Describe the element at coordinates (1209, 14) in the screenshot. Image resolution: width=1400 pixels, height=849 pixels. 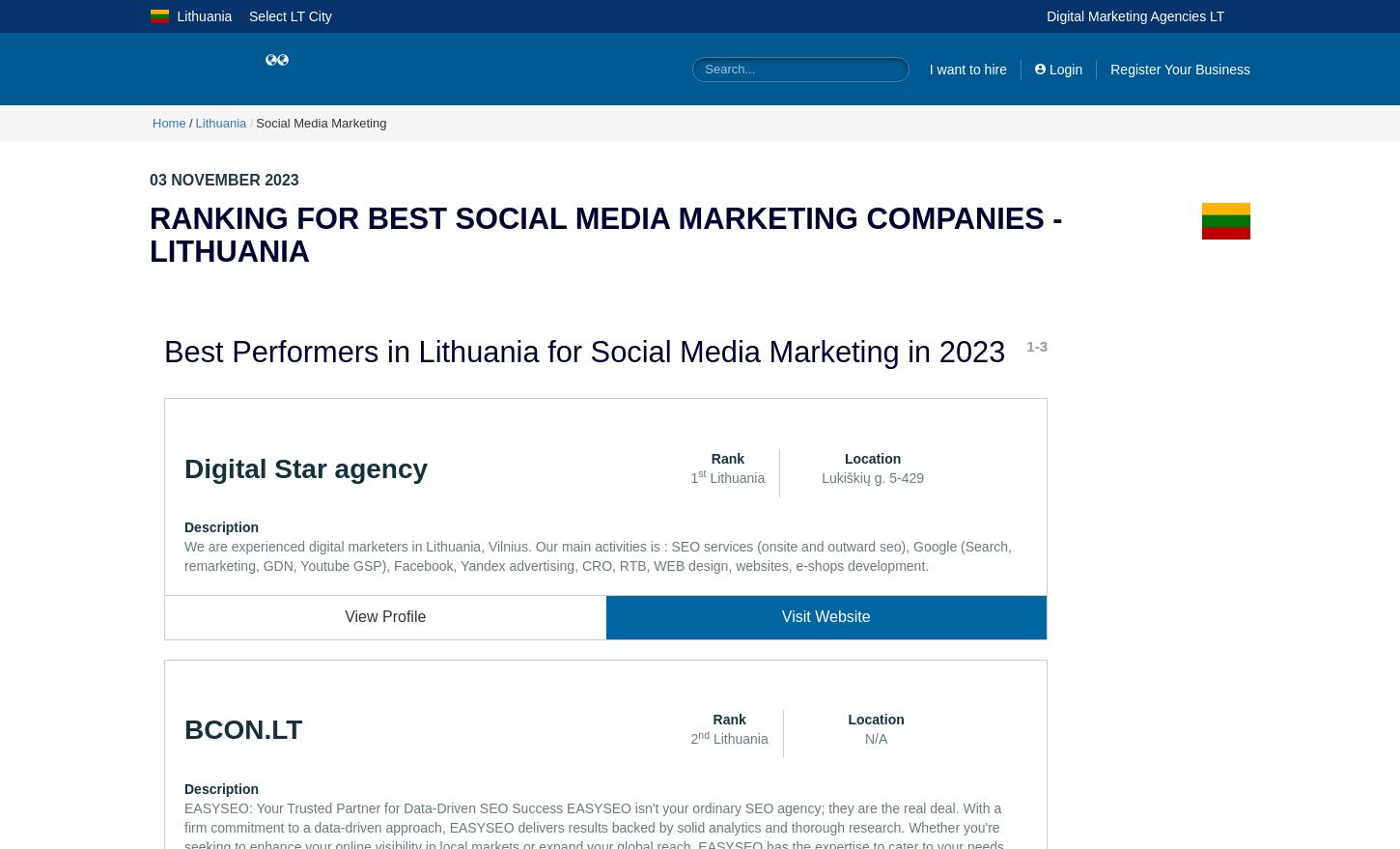
I see `'lt'` at that location.